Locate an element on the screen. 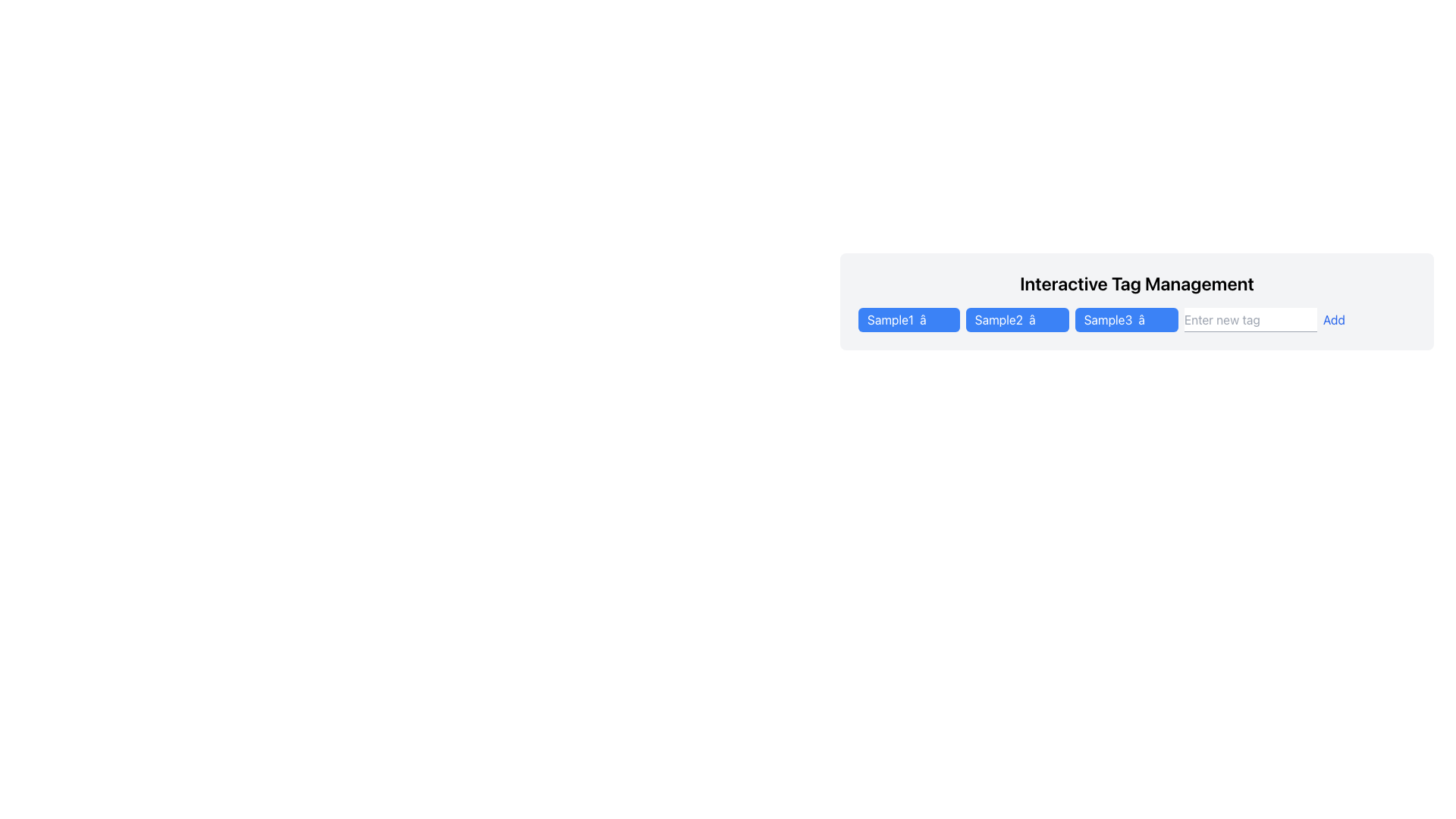 The image size is (1456, 819). the button represented by the cross symbol '✕' located to the right of the text 'Sample3' within a blue button is located at coordinates (1153, 318).